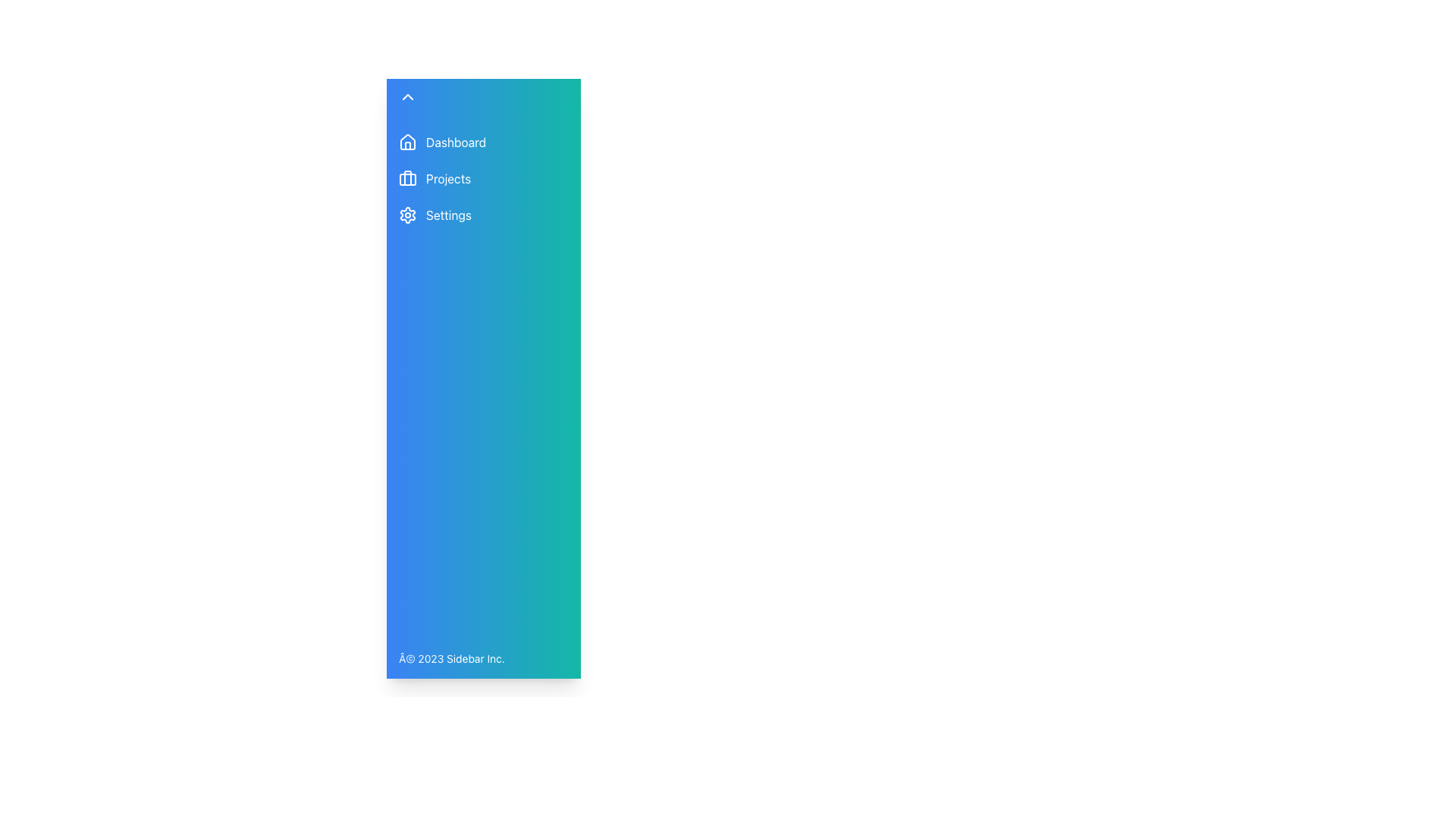 Image resolution: width=1456 pixels, height=819 pixels. What do you see at coordinates (407, 177) in the screenshot?
I see `the 'Projects' icon in the sidebar menu, which is located directly to the left of the 'Projects' text and is the second icon in the list of sidebar options` at bounding box center [407, 177].